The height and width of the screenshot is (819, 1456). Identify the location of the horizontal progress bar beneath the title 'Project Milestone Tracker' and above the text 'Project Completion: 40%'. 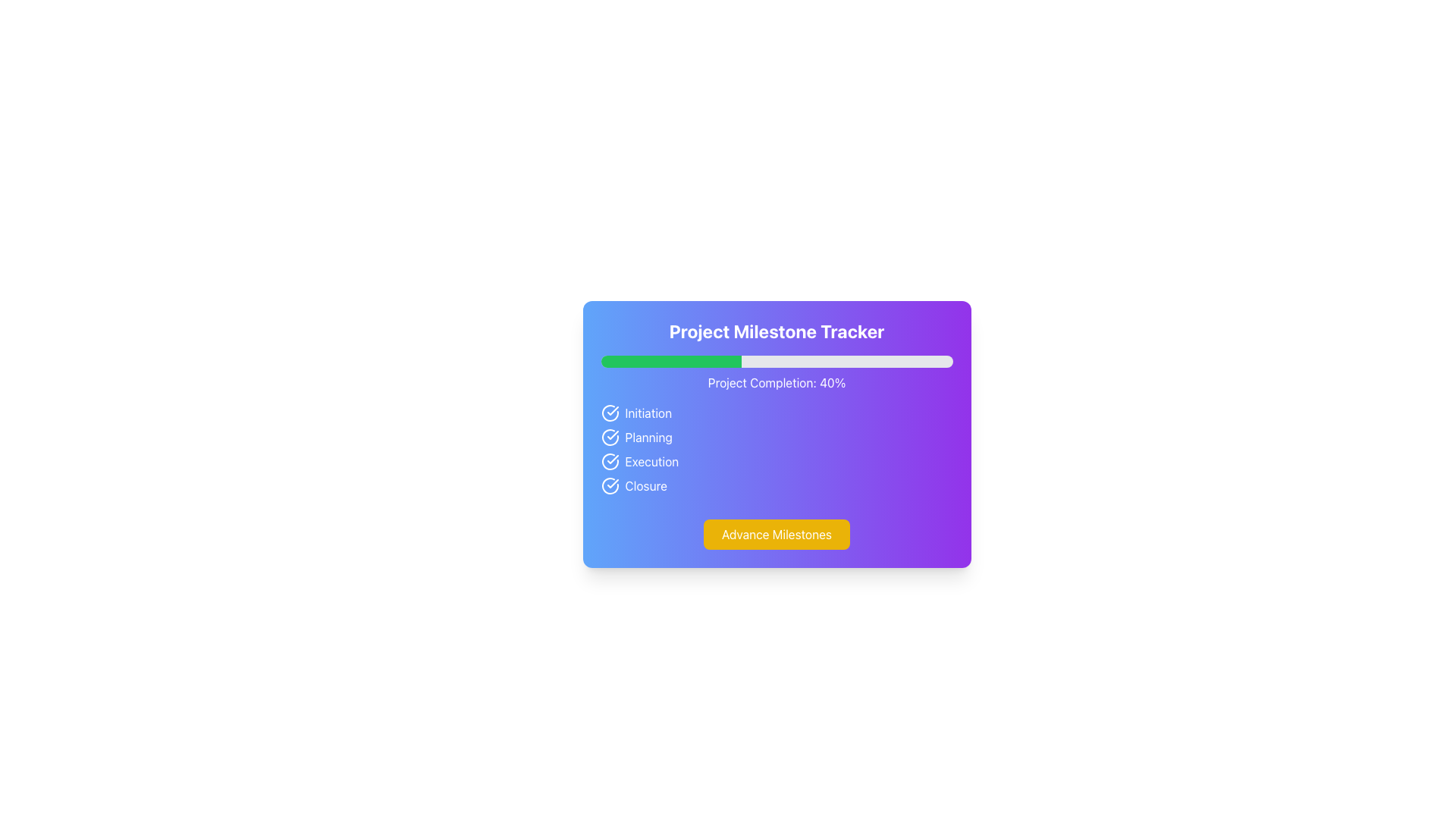
(777, 362).